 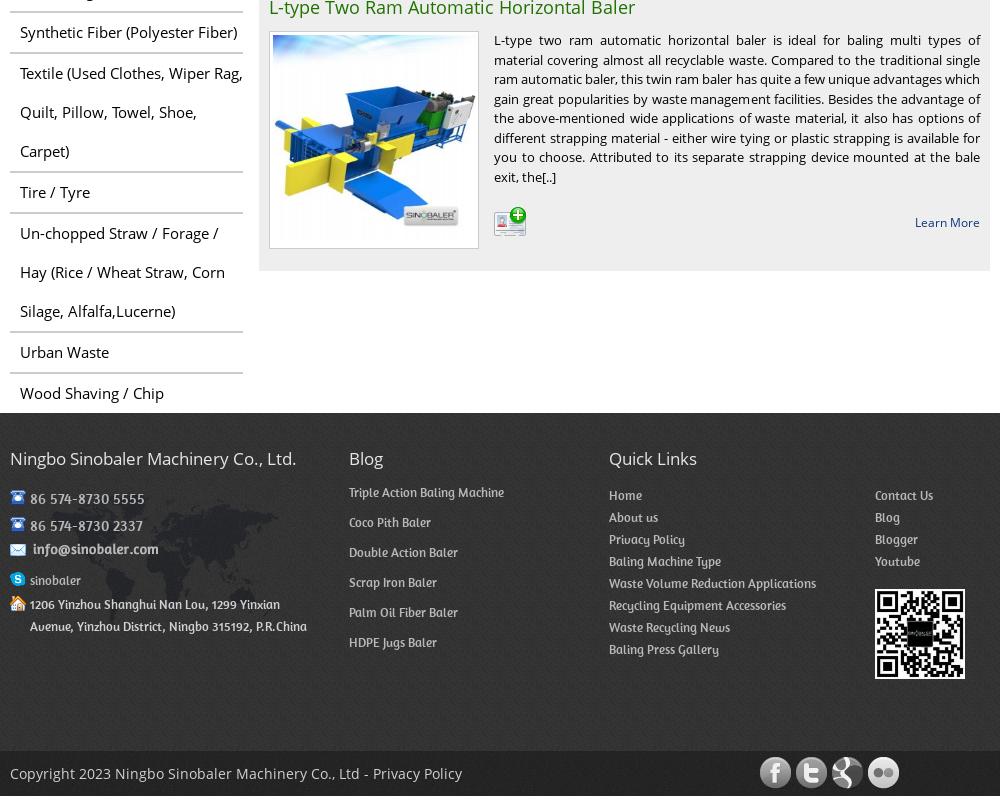 What do you see at coordinates (85, 524) in the screenshot?
I see `'86 574-8730 2337'` at bounding box center [85, 524].